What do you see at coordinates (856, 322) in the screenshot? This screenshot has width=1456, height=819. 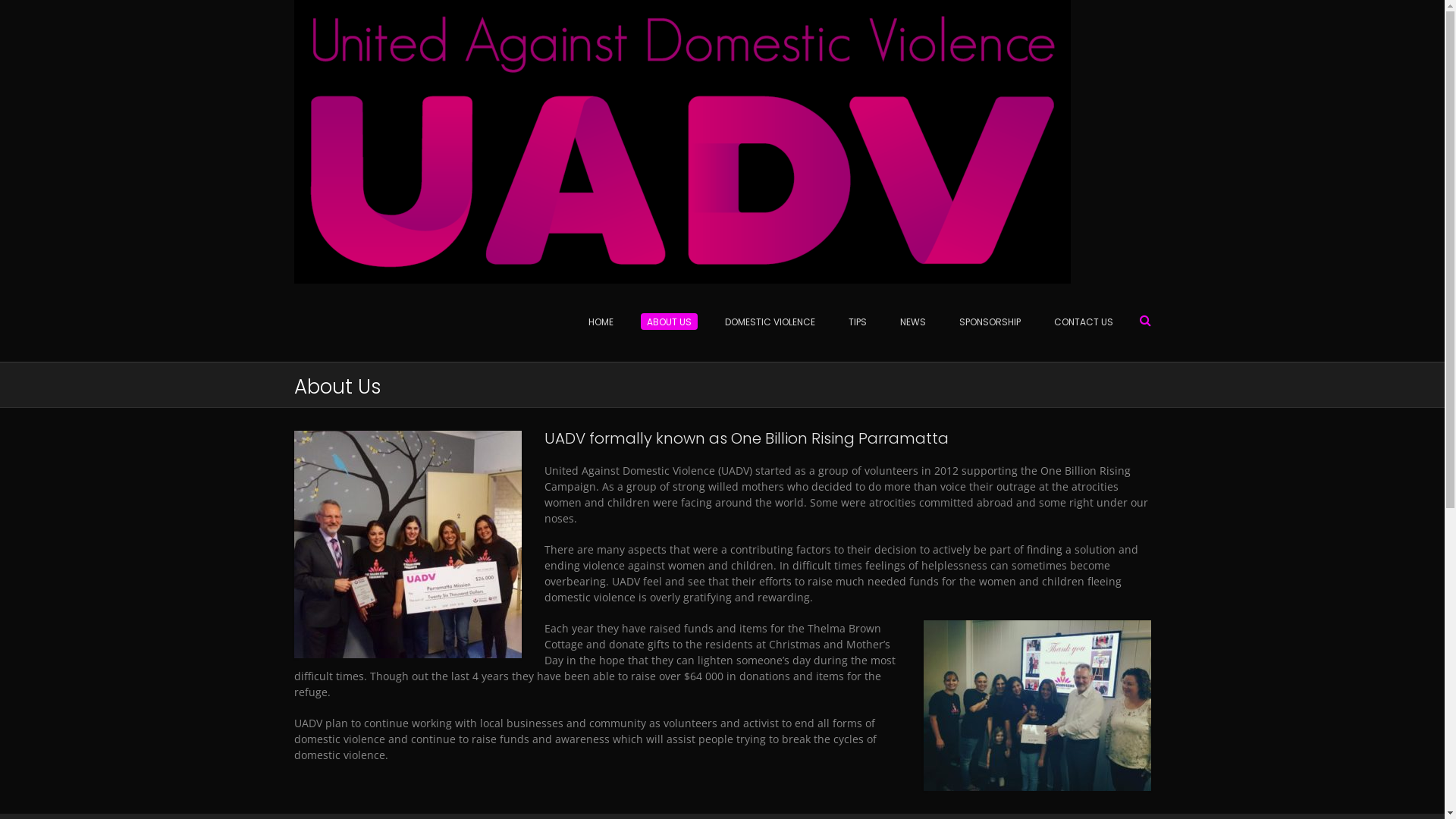 I see `'TIPS'` at bounding box center [856, 322].